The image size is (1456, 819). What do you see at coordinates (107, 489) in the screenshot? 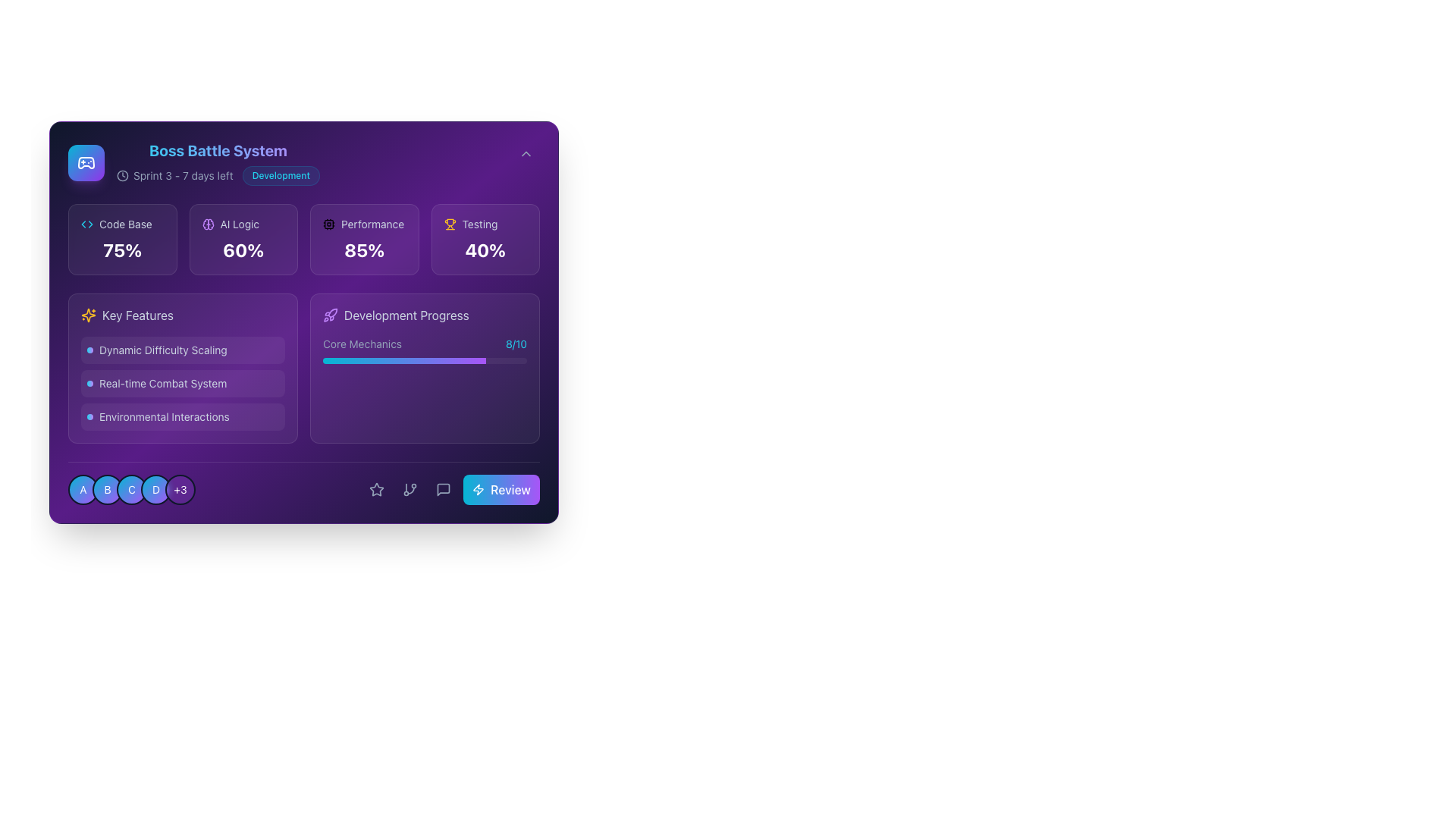
I see `the circular button with a gradient background transitioning from cyan to purple that contains the letter 'B' in white, located between buttons 'A' and 'C' in the bottom-left corner of the interface` at bounding box center [107, 489].